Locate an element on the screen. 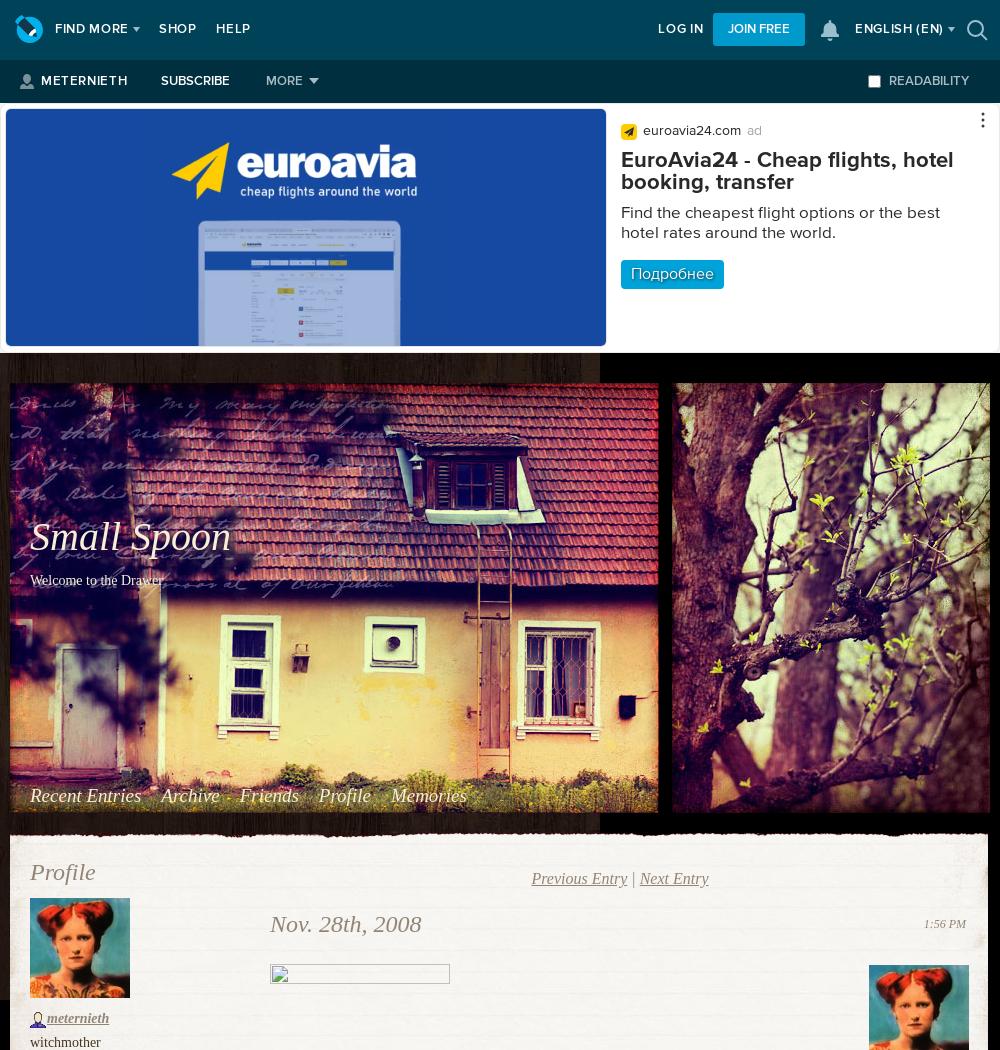 This screenshot has width=1000, height=1050. 'English' is located at coordinates (854, 29).